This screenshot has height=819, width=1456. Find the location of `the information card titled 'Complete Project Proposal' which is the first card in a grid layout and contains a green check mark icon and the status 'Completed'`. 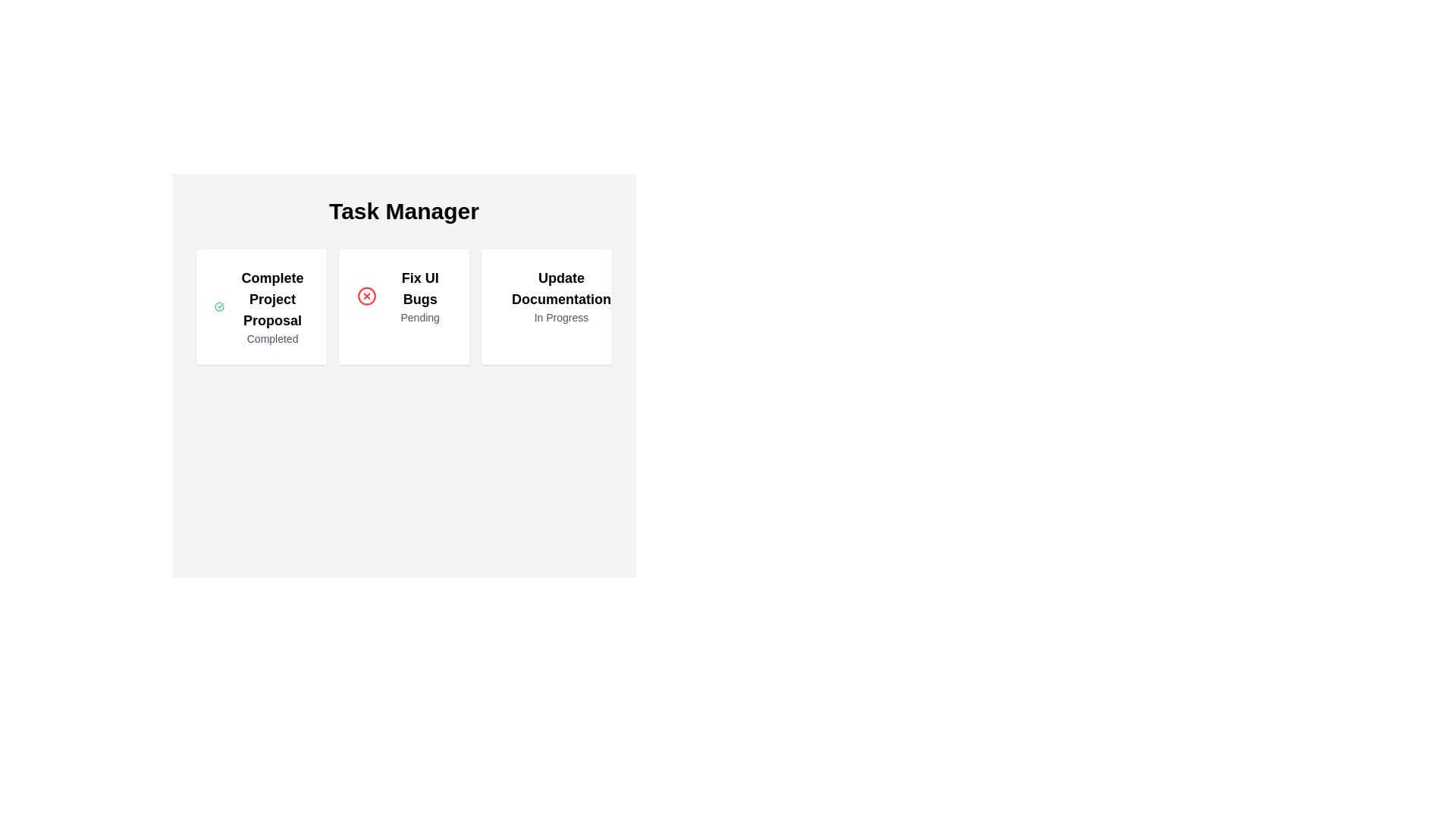

the information card titled 'Complete Project Proposal' which is the first card in a grid layout and contains a green check mark icon and the status 'Completed' is located at coordinates (262, 307).